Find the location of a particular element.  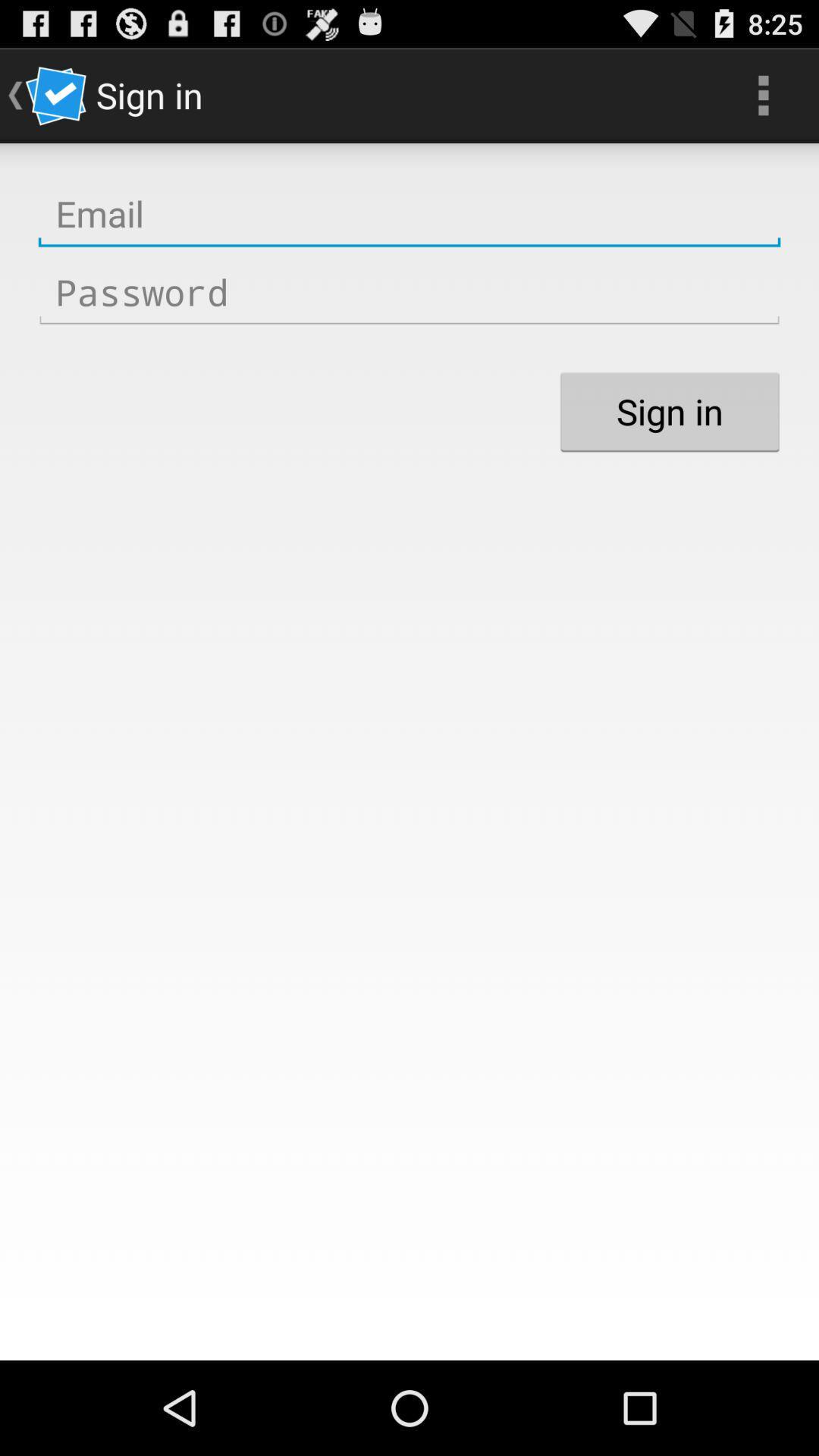

type email is located at coordinates (409, 213).